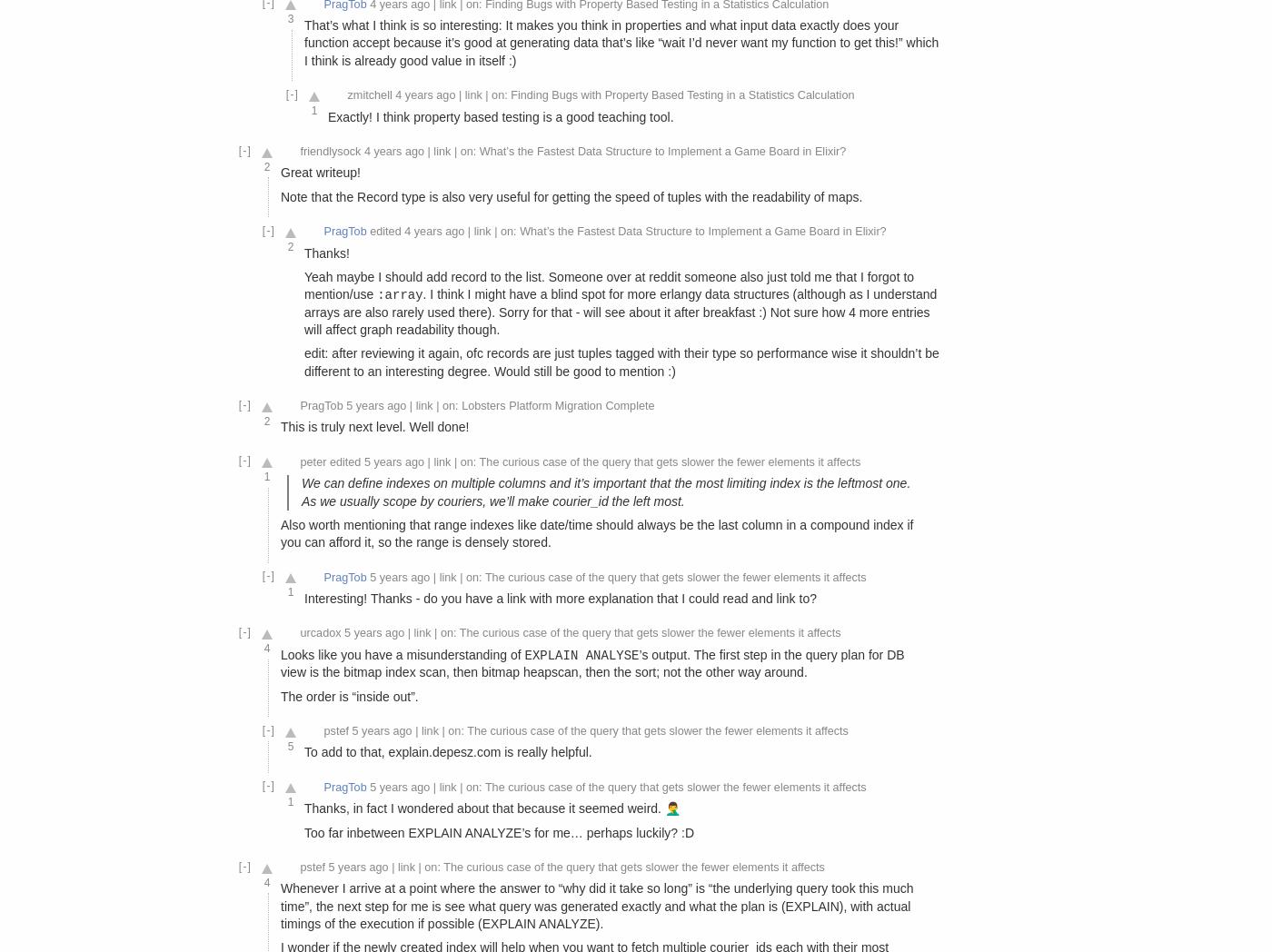 Image resolution: width=1272 pixels, height=952 pixels. Describe the element at coordinates (492, 807) in the screenshot. I see `'Thanks, in fact I wondered about that because it seemed weird. 🤦‍♂'` at that location.